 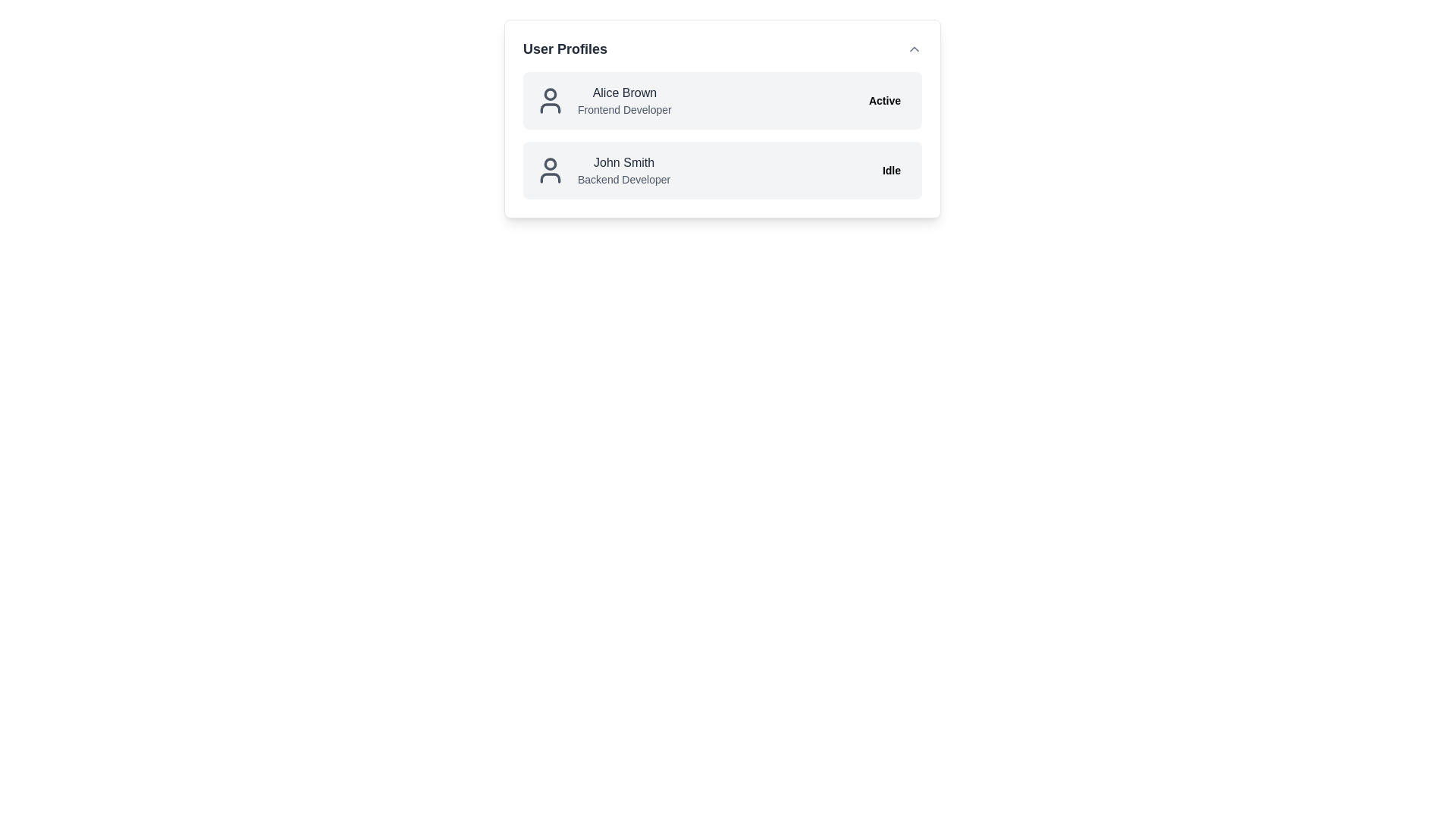 I want to click on the text label displaying 'Alice Brown' in the user profile, which is centrally aligned at the top section of the user profile card, so click(x=624, y=93).